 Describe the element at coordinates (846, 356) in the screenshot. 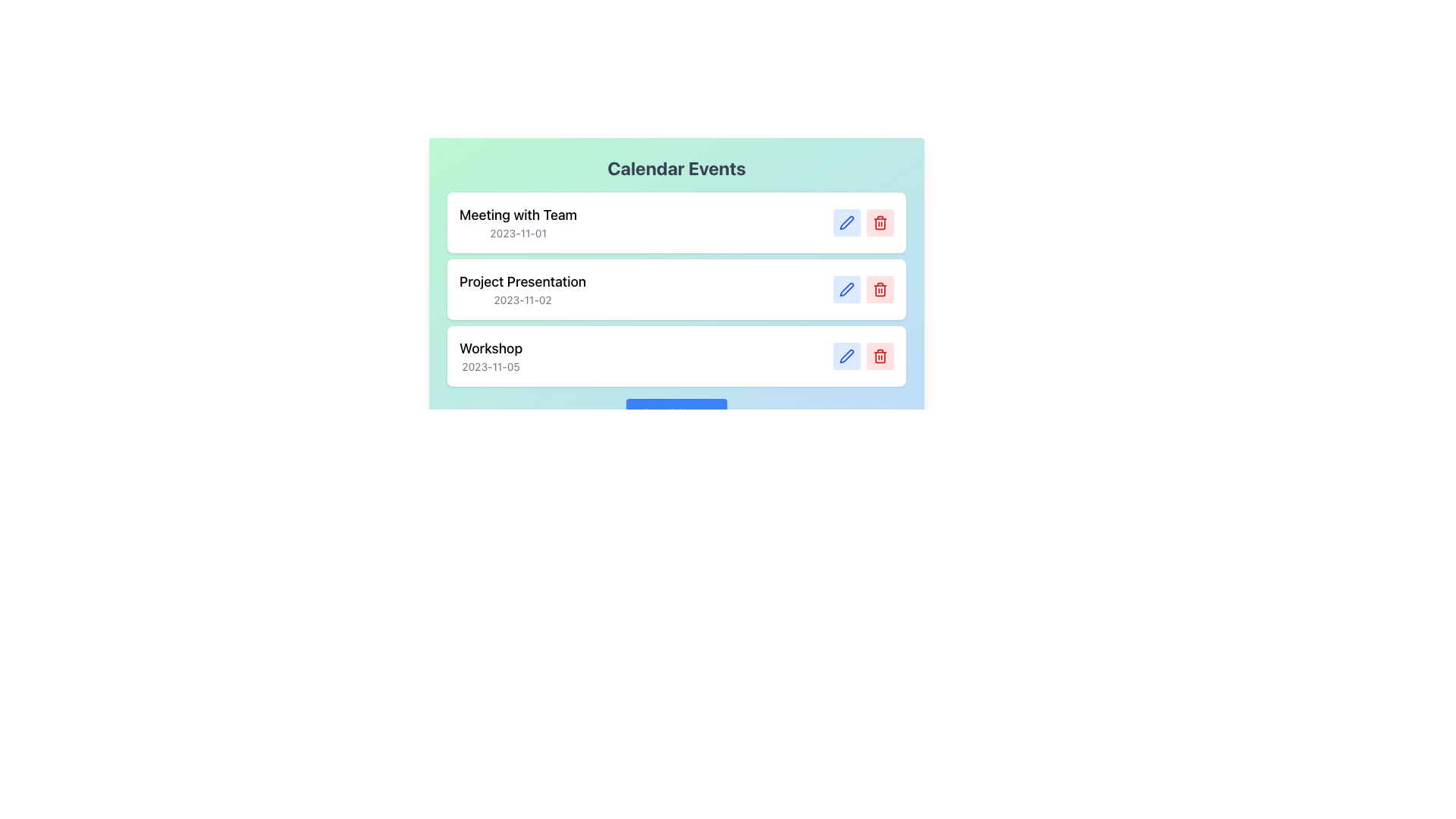

I see `the pen icon within the blue round-cornered button for the 'Workshop' calendar entry` at that location.